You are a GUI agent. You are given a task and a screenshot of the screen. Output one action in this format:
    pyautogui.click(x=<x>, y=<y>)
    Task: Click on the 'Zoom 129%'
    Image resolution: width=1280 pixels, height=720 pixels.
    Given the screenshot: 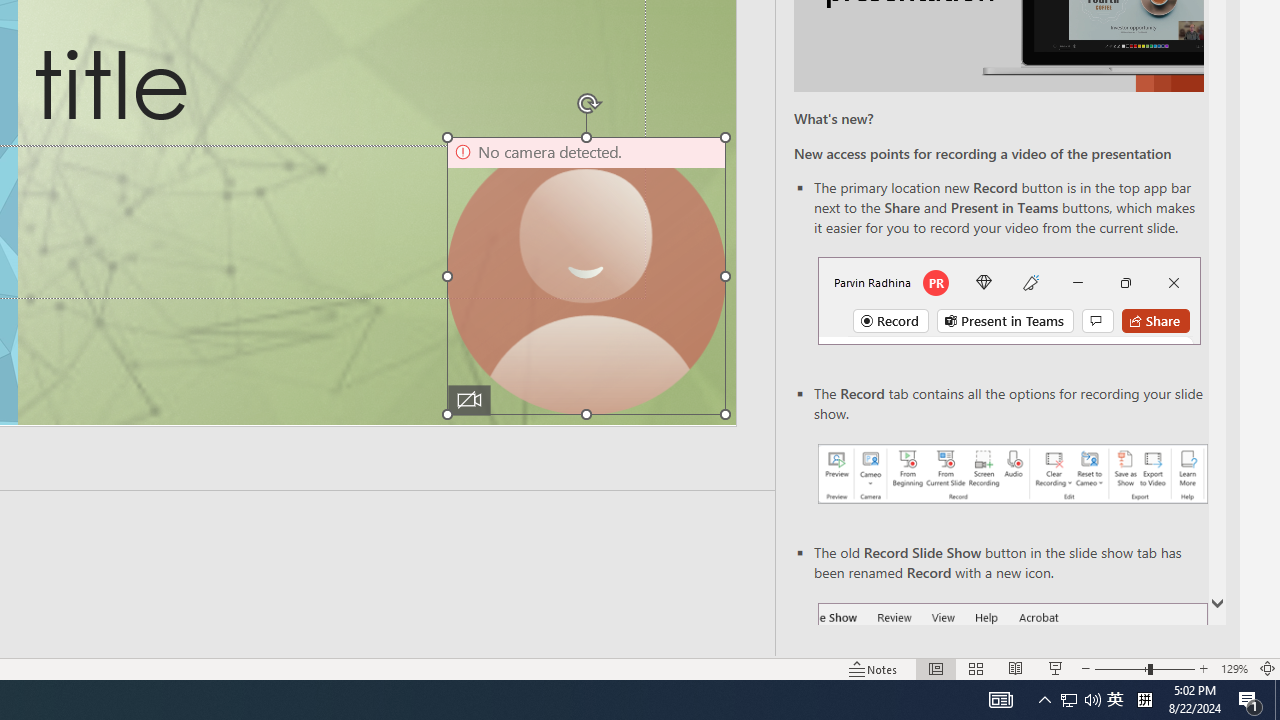 What is the action you would take?
    pyautogui.click(x=1233, y=669)
    